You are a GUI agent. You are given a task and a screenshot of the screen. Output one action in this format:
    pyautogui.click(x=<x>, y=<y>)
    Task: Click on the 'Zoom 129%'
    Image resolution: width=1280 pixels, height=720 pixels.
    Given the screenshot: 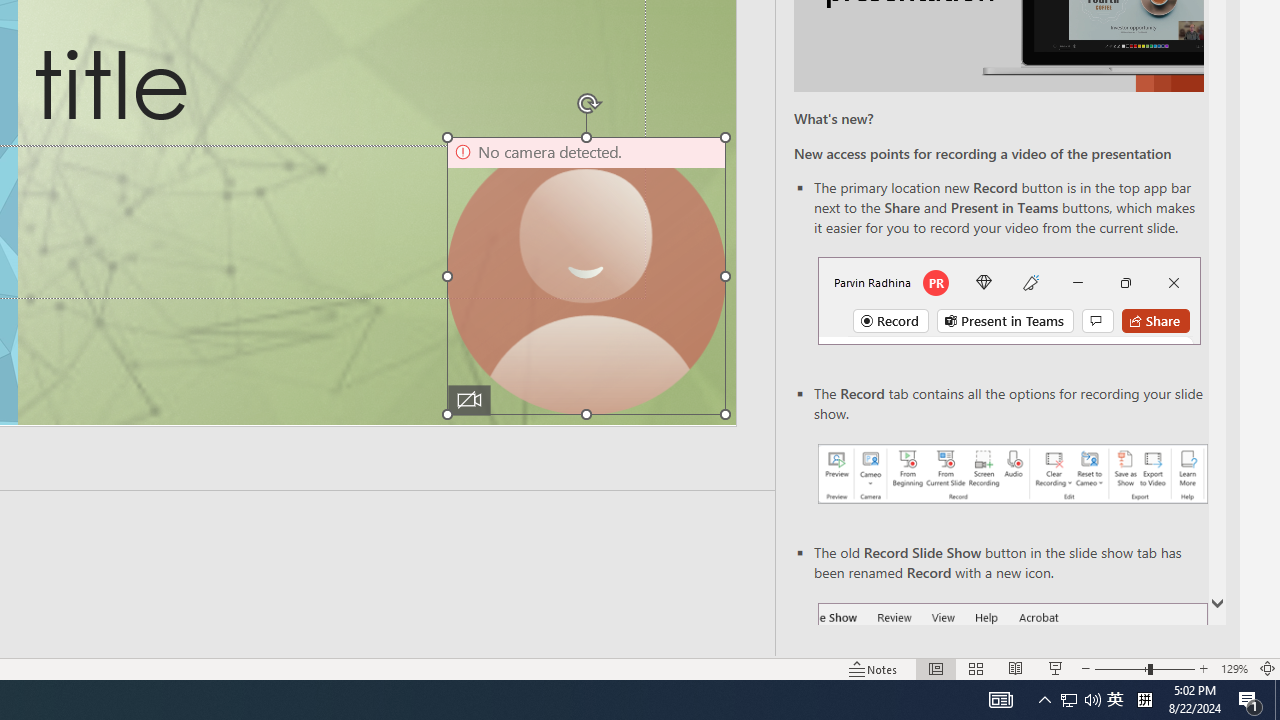 What is the action you would take?
    pyautogui.click(x=1233, y=669)
    